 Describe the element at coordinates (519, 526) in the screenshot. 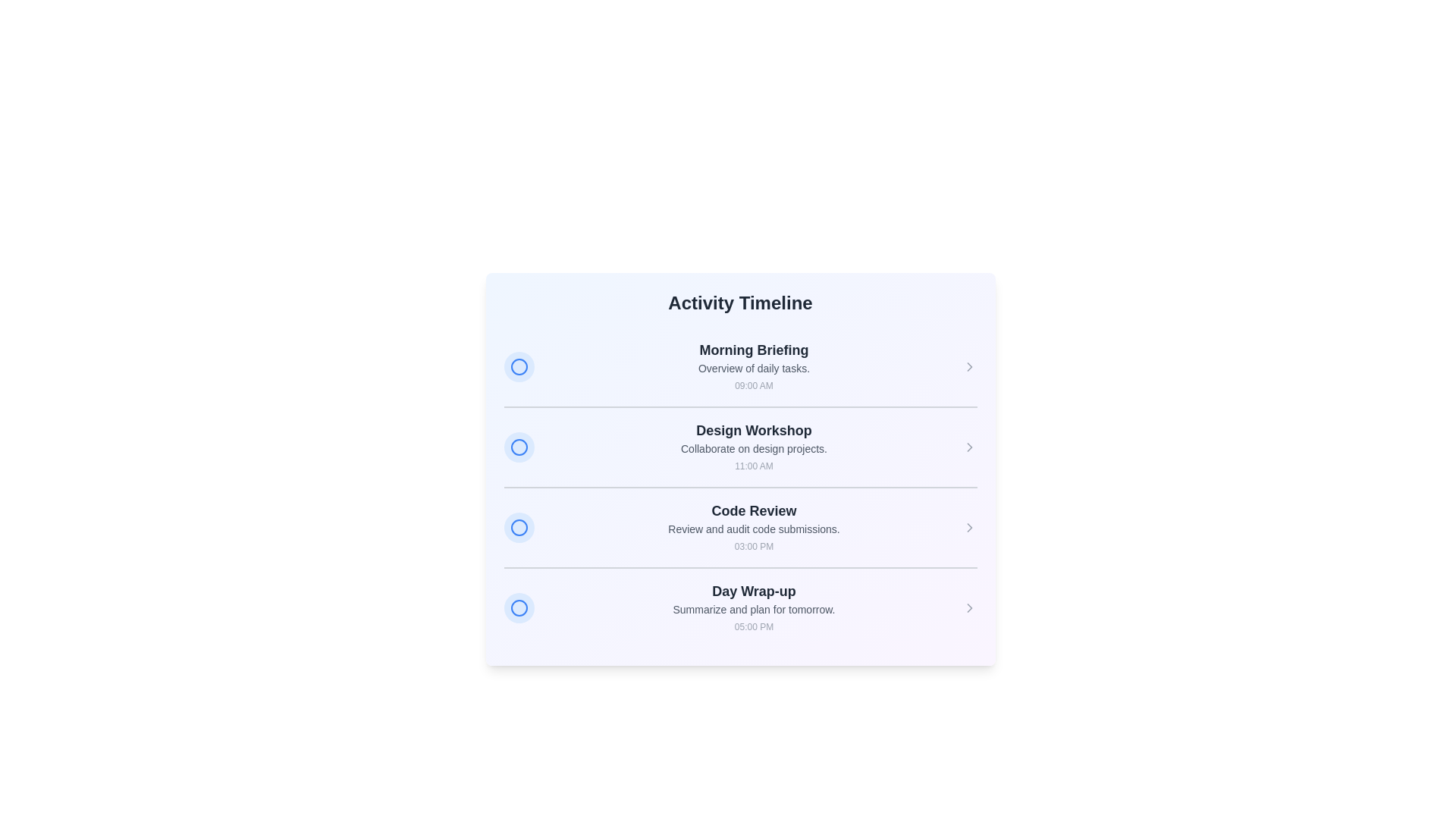

I see `the third circular icon with a blue outline and white interior in the activity timeline, located to the left of the 'Code Review' event details` at that location.